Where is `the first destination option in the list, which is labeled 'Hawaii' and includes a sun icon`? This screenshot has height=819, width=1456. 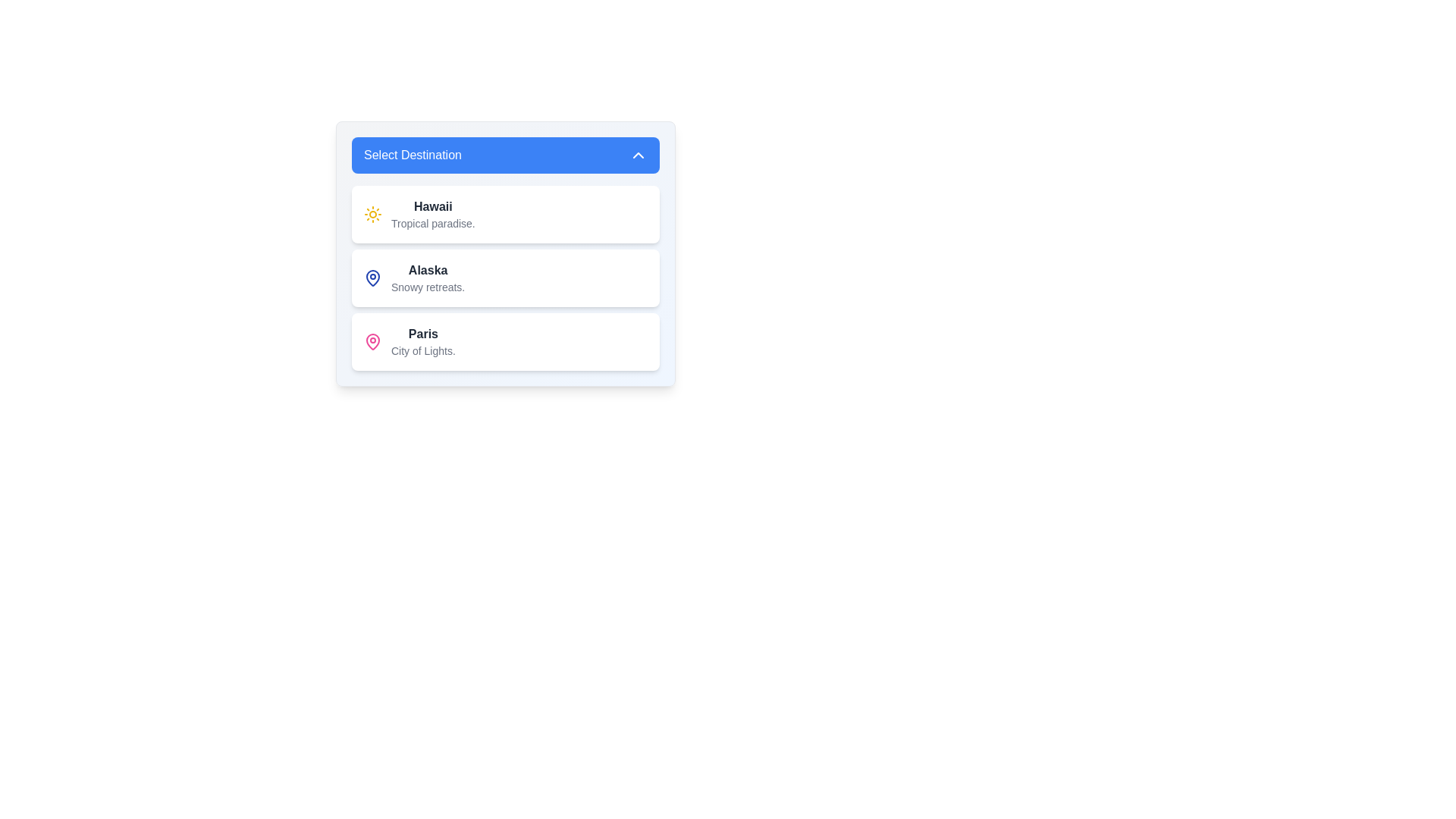
the first destination option in the list, which is labeled 'Hawaii' and includes a sun icon is located at coordinates (419, 214).